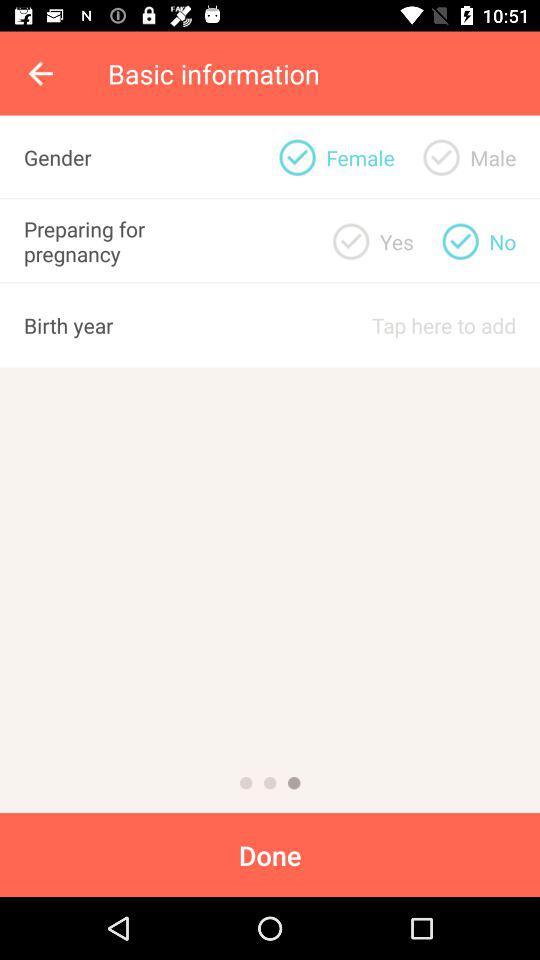  What do you see at coordinates (350, 240) in the screenshot?
I see `option for when preparing for preganancy` at bounding box center [350, 240].